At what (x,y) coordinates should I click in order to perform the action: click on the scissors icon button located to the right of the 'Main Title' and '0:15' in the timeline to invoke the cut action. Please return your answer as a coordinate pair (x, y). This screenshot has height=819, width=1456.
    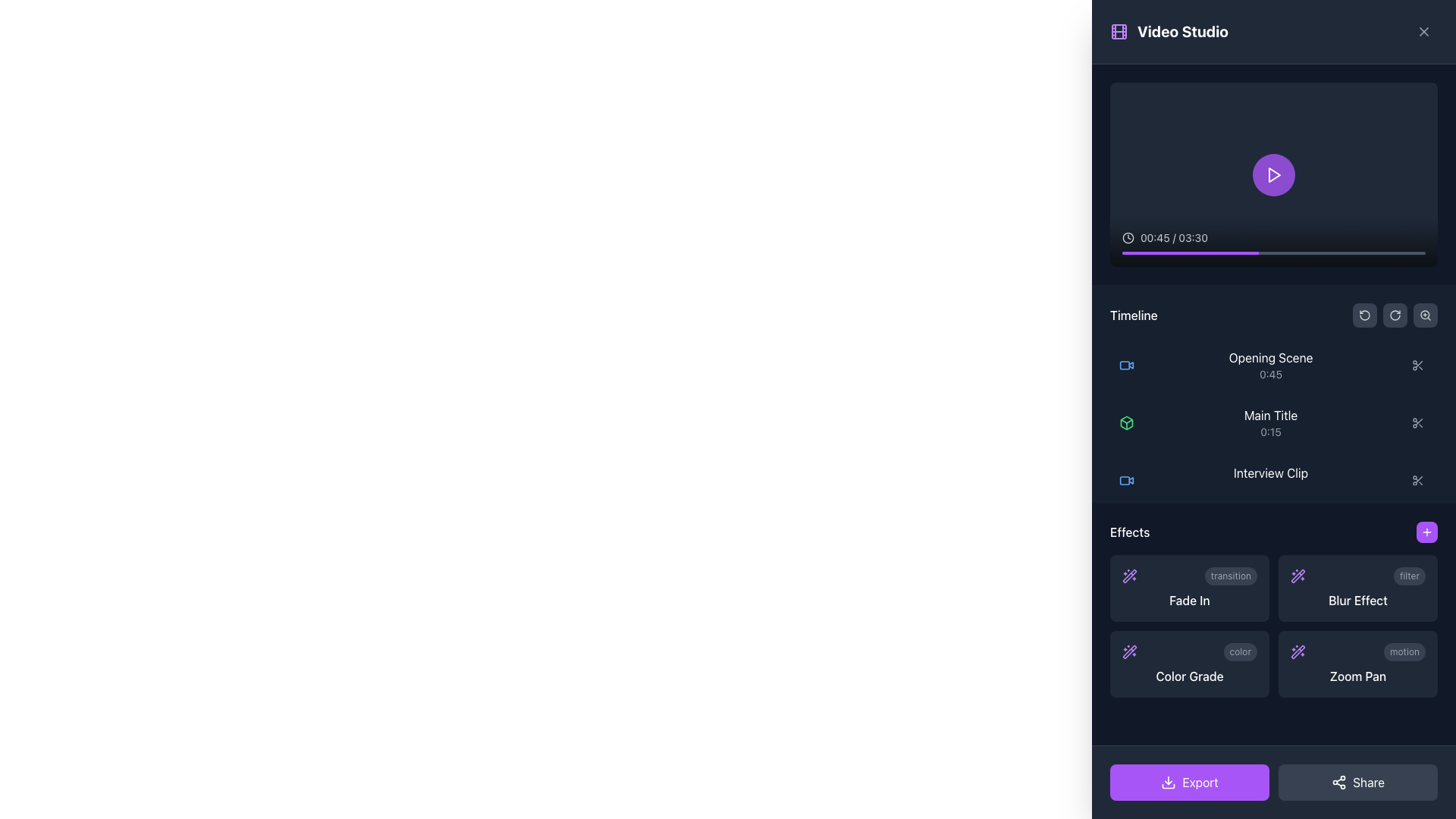
    Looking at the image, I should click on (1417, 423).